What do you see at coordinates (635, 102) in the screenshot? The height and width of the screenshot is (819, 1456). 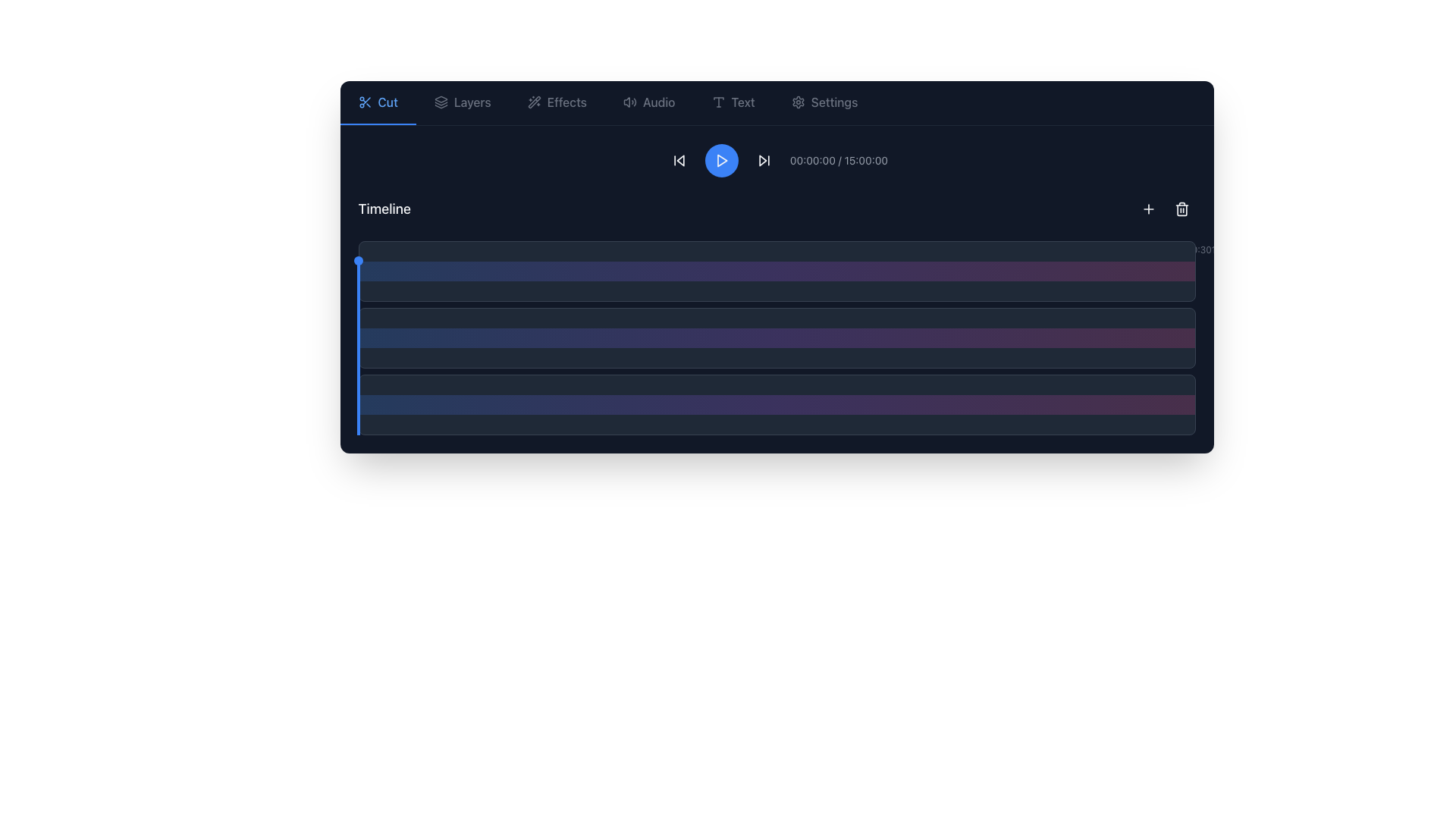 I see `the Decorative icon element, which is the outermost wave of a sound wave icon located on the top bar of the interface` at bounding box center [635, 102].